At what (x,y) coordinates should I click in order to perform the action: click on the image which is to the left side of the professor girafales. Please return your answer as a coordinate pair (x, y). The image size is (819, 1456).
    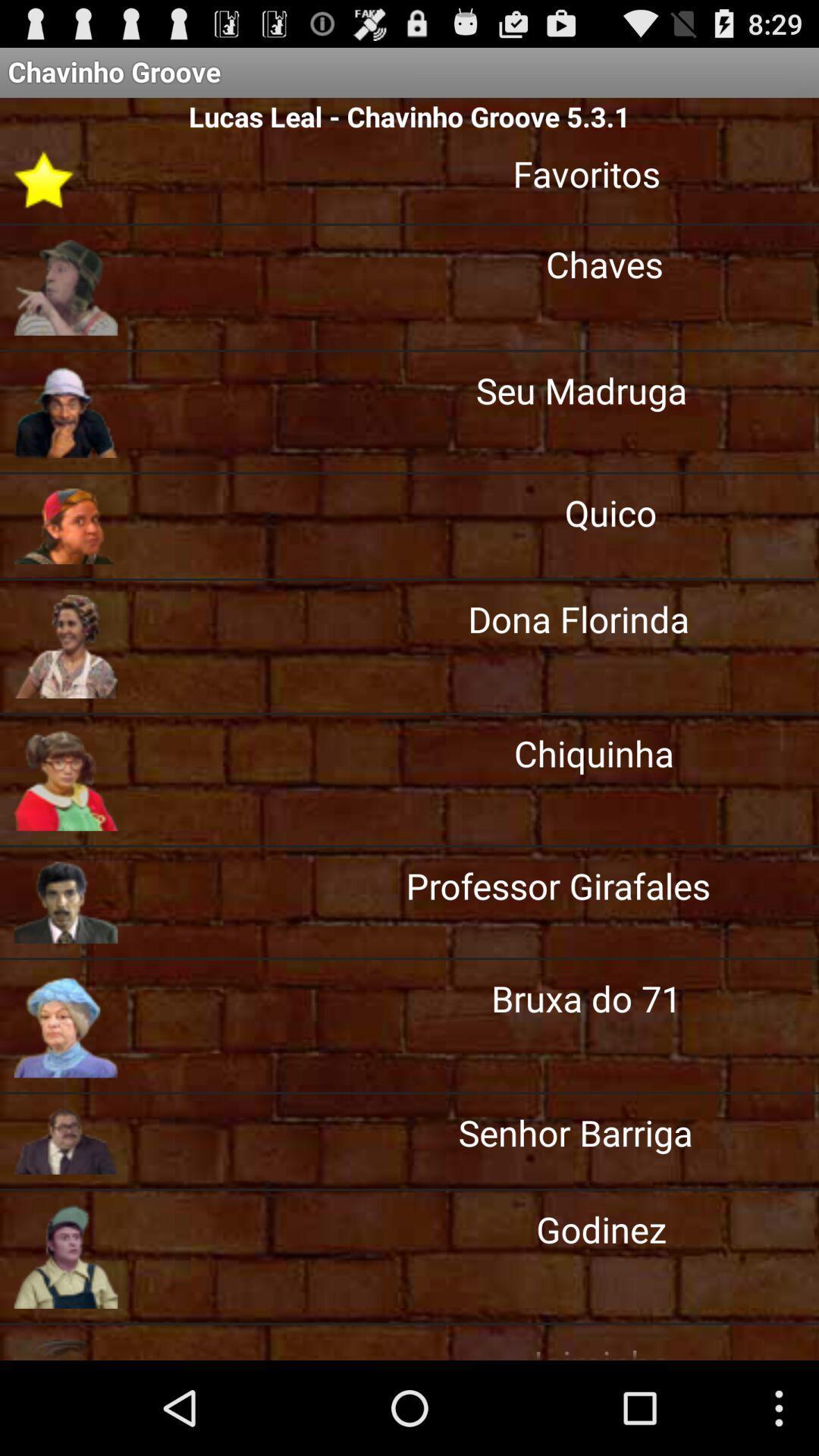
    Looking at the image, I should click on (65, 902).